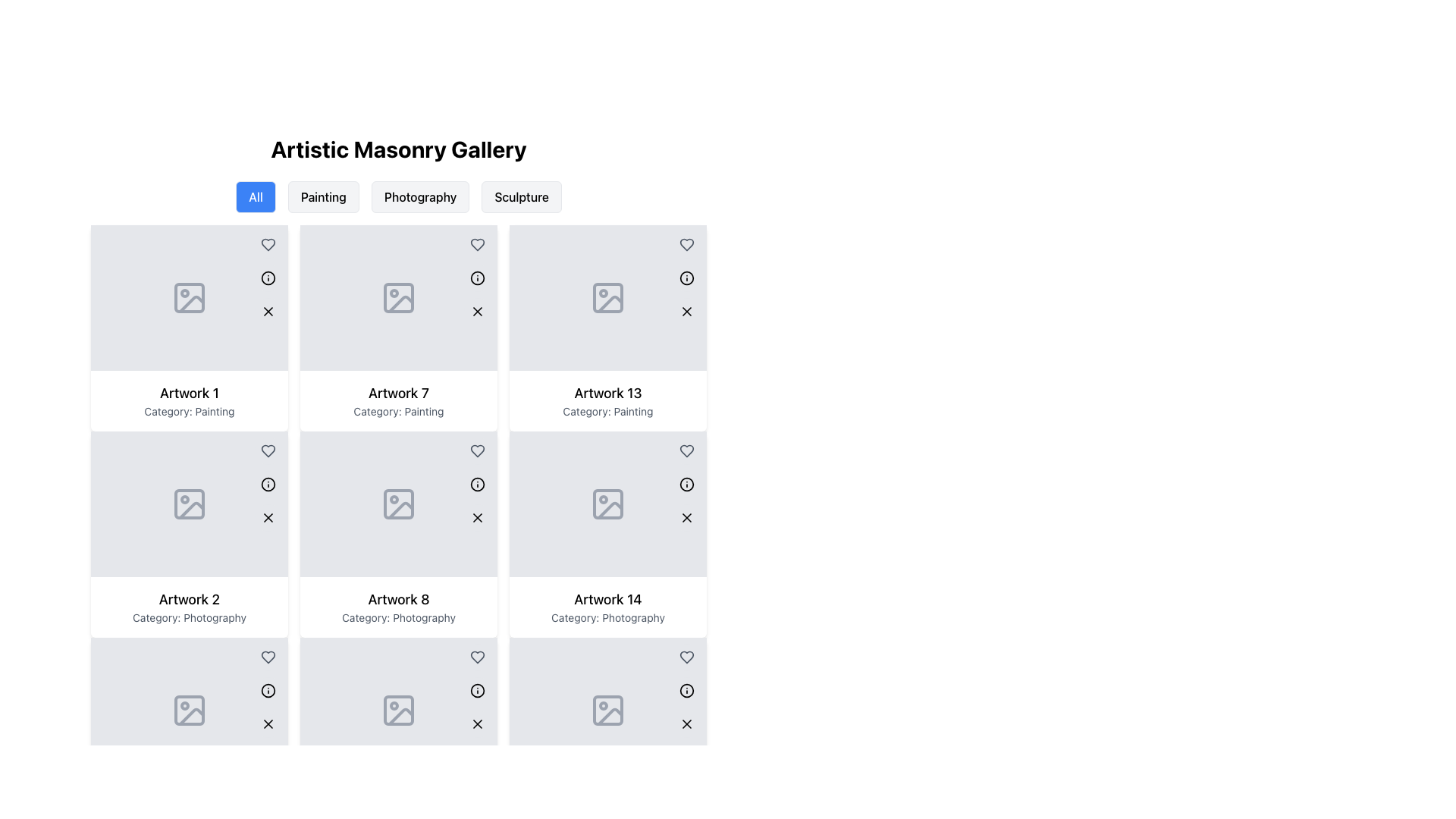 Image resolution: width=1456 pixels, height=819 pixels. I want to click on the close button located at the bottom of the grouped widget in the top-right corner of the 'Artwork 13' card, so click(686, 278).